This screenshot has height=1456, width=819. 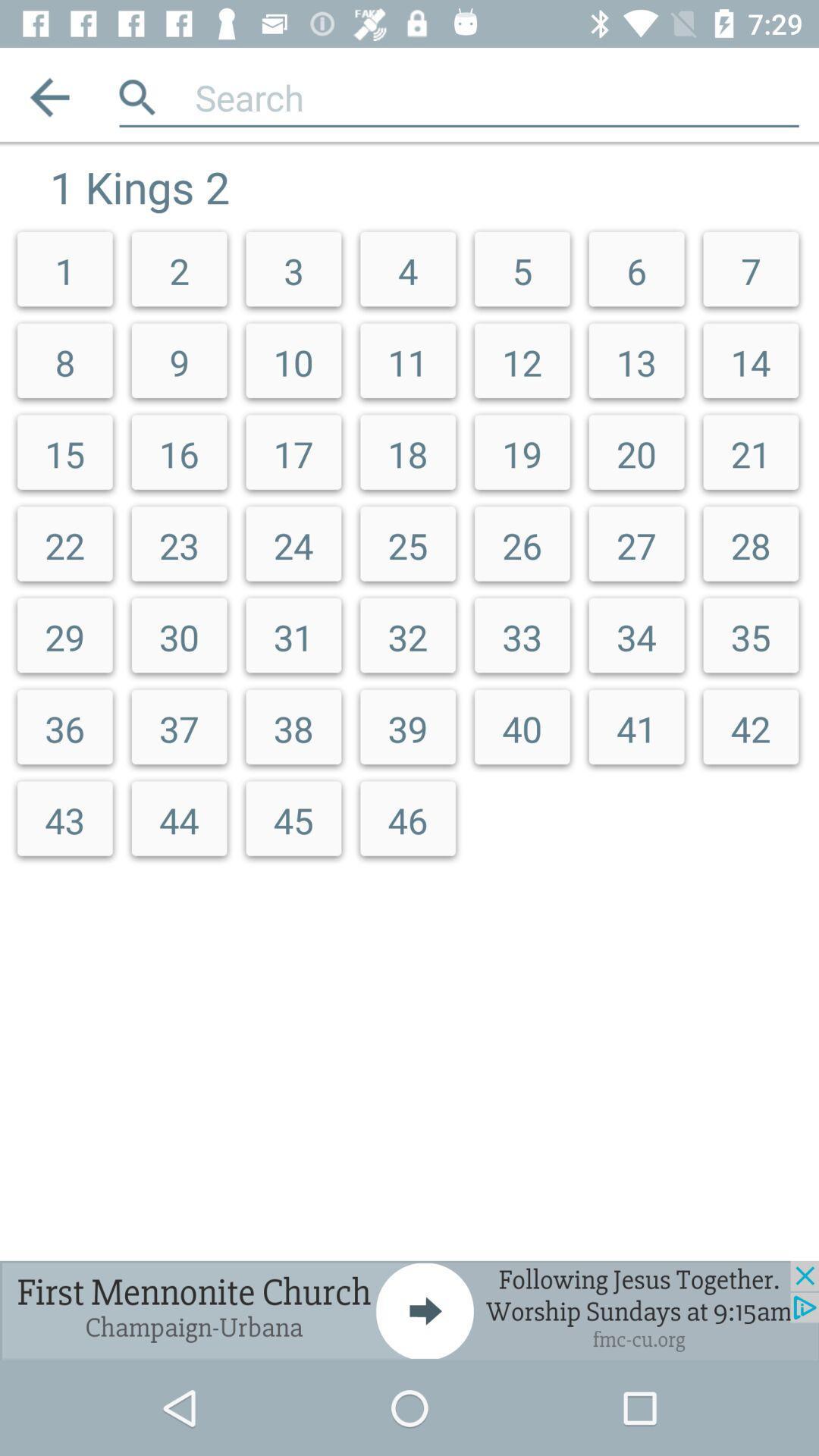 What do you see at coordinates (49, 96) in the screenshot?
I see `the arrow_backward icon` at bounding box center [49, 96].